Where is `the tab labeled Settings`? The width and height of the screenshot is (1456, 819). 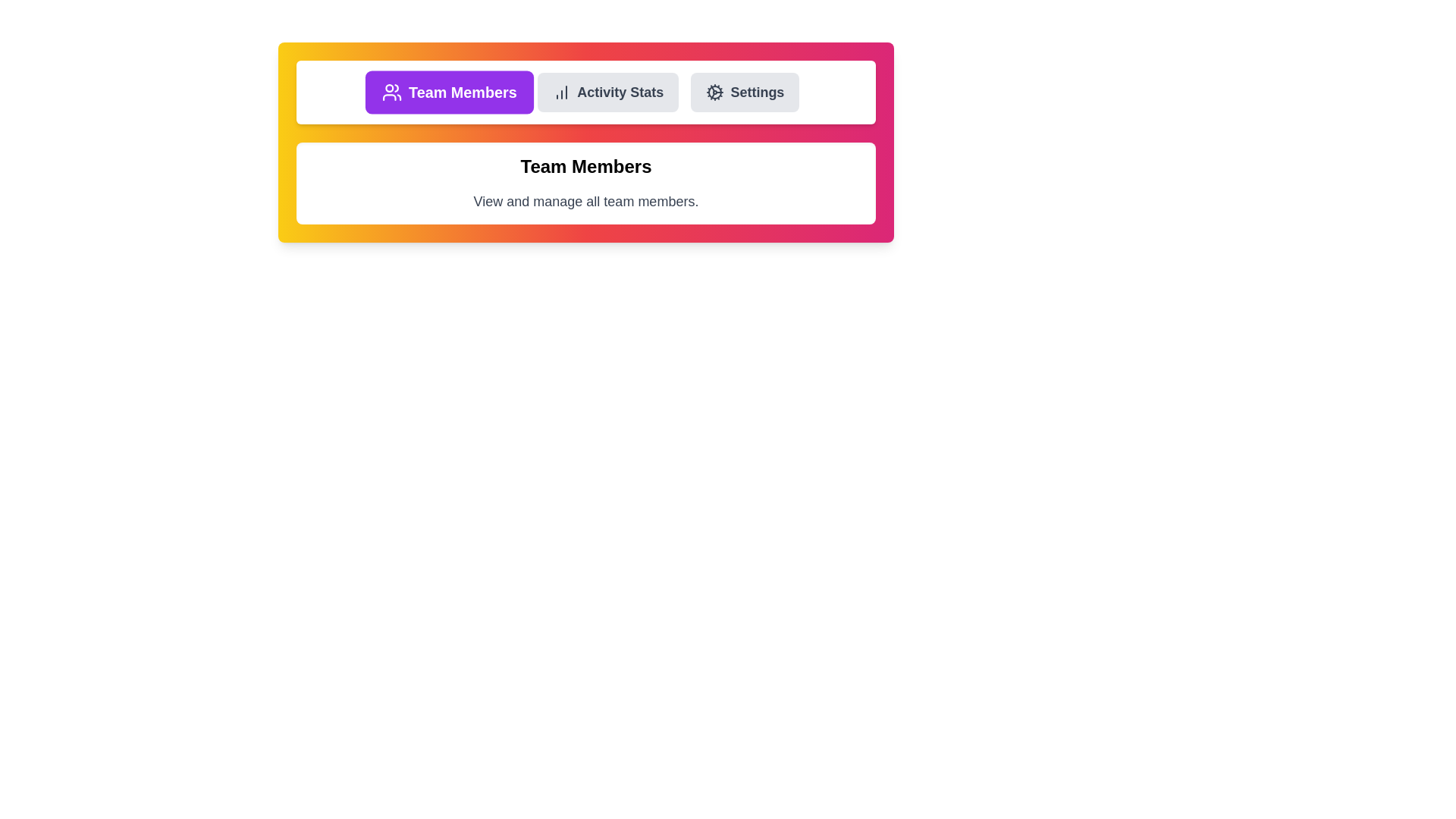
the tab labeled Settings is located at coordinates (745, 93).